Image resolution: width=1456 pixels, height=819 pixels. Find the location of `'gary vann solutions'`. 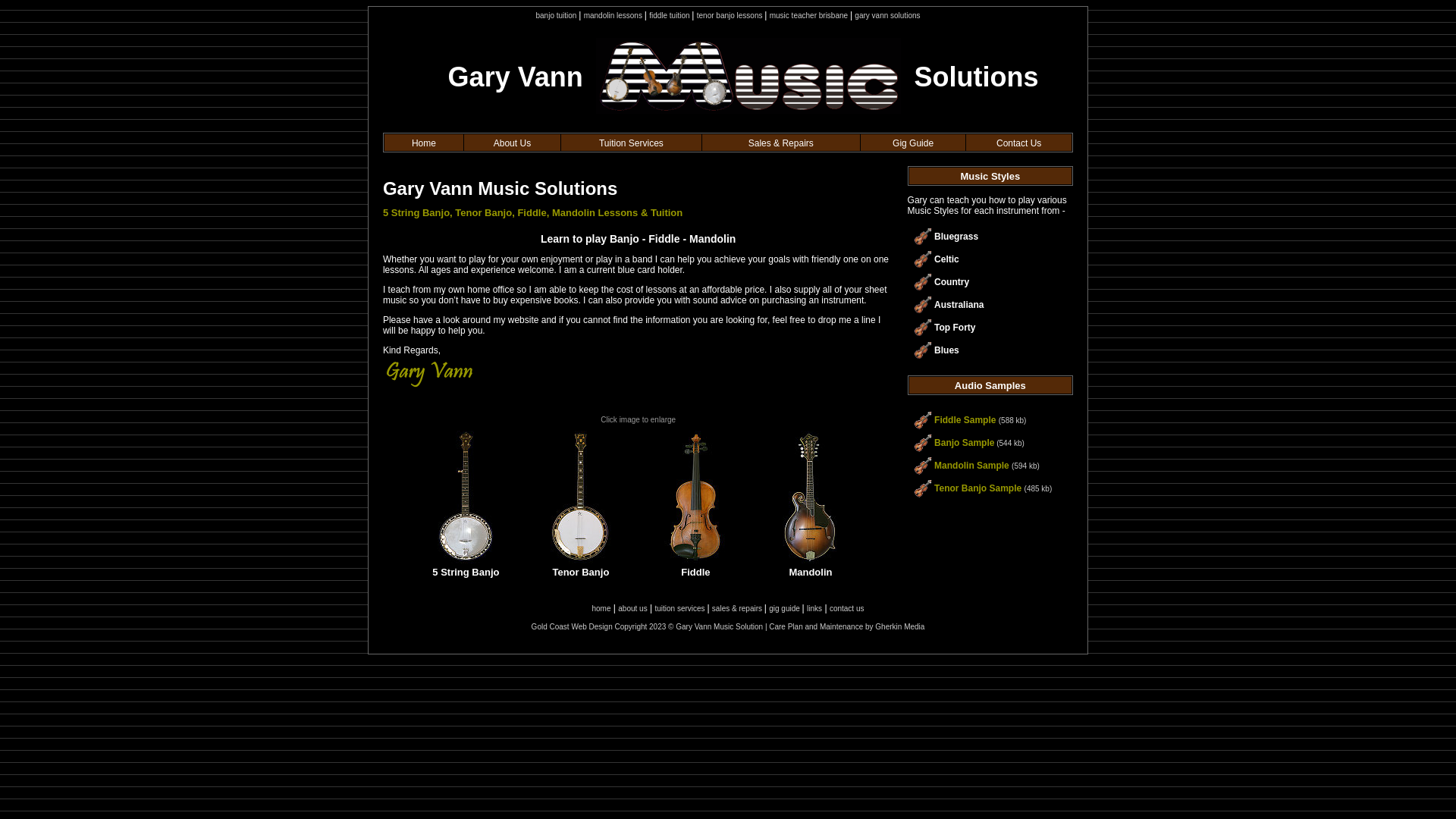

'gary vann solutions' is located at coordinates (855, 15).